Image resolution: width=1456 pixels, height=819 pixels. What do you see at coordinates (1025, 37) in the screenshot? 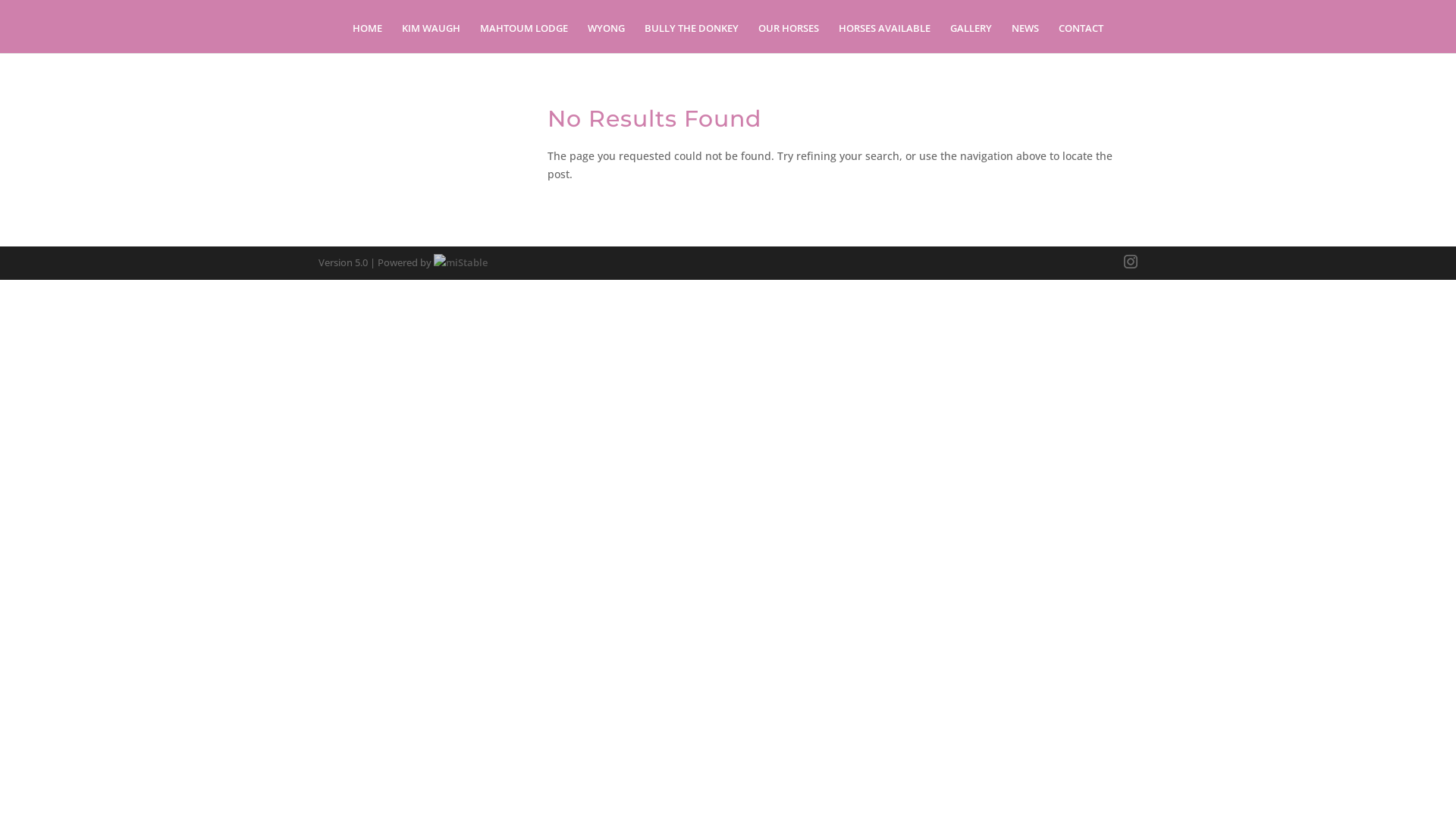
I see `'NEWS'` at bounding box center [1025, 37].